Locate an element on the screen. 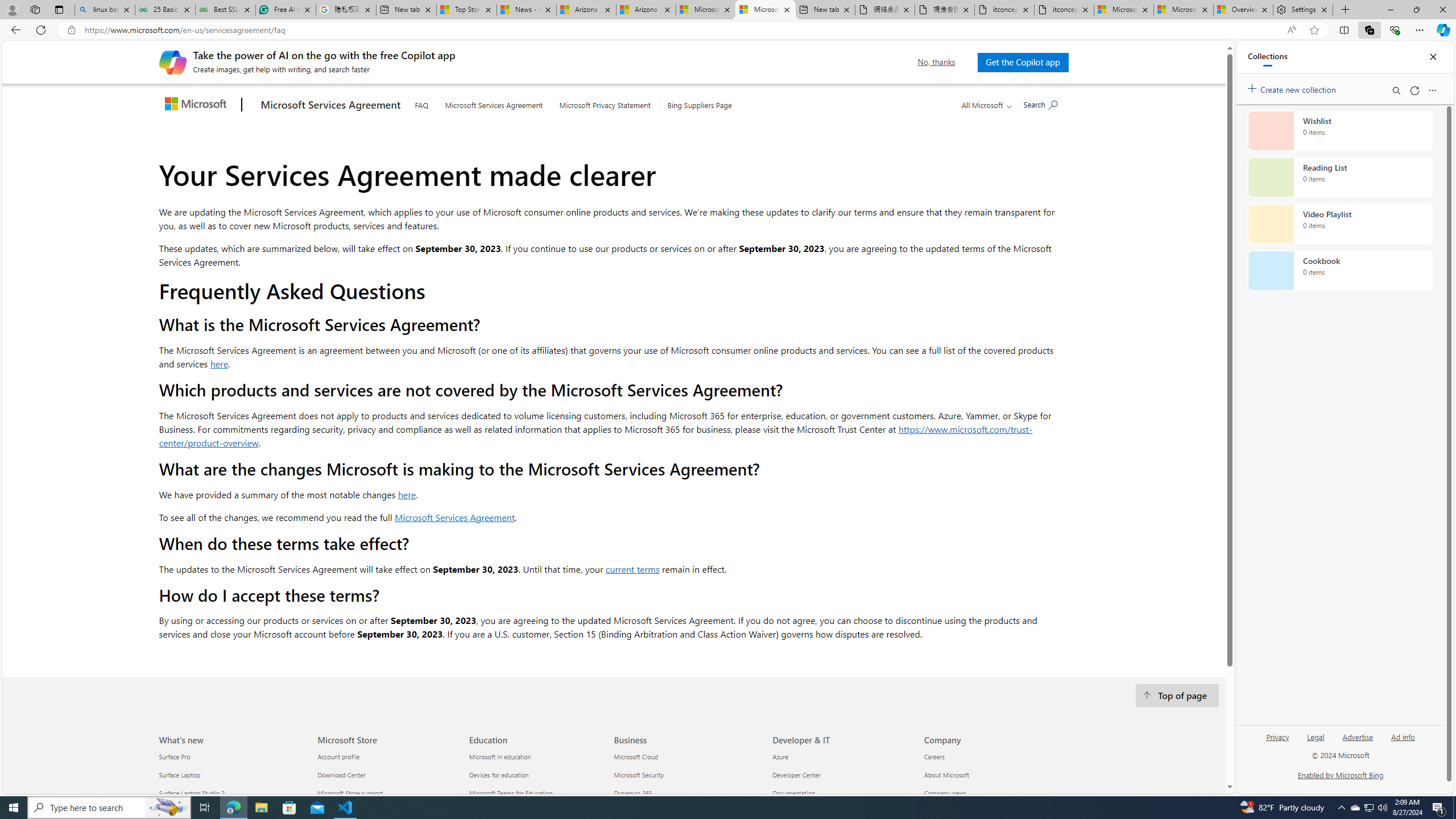  'Azure Developer & IT' is located at coordinates (779, 756).